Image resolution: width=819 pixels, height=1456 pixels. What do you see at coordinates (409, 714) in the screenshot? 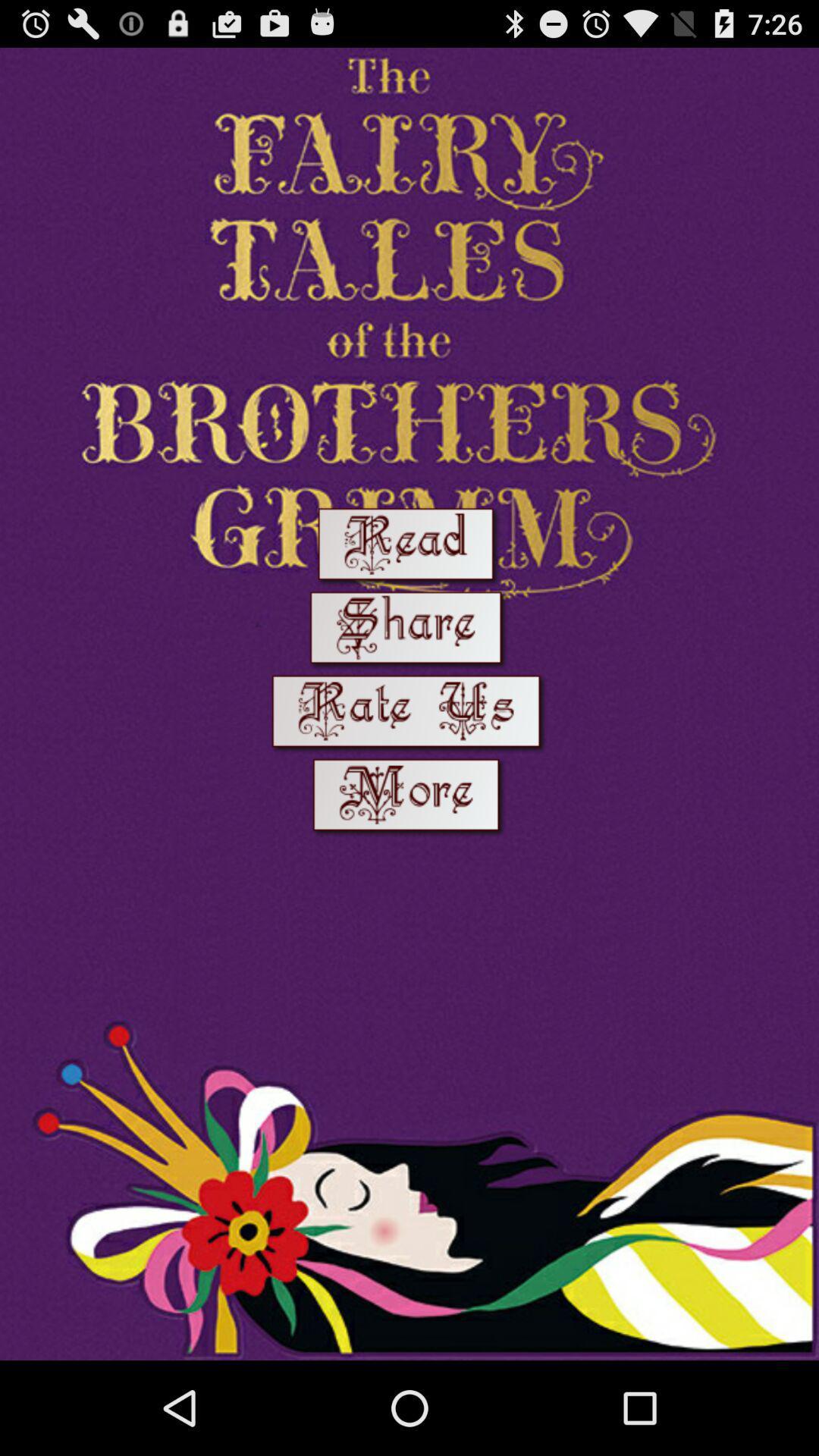
I see `rate` at bounding box center [409, 714].